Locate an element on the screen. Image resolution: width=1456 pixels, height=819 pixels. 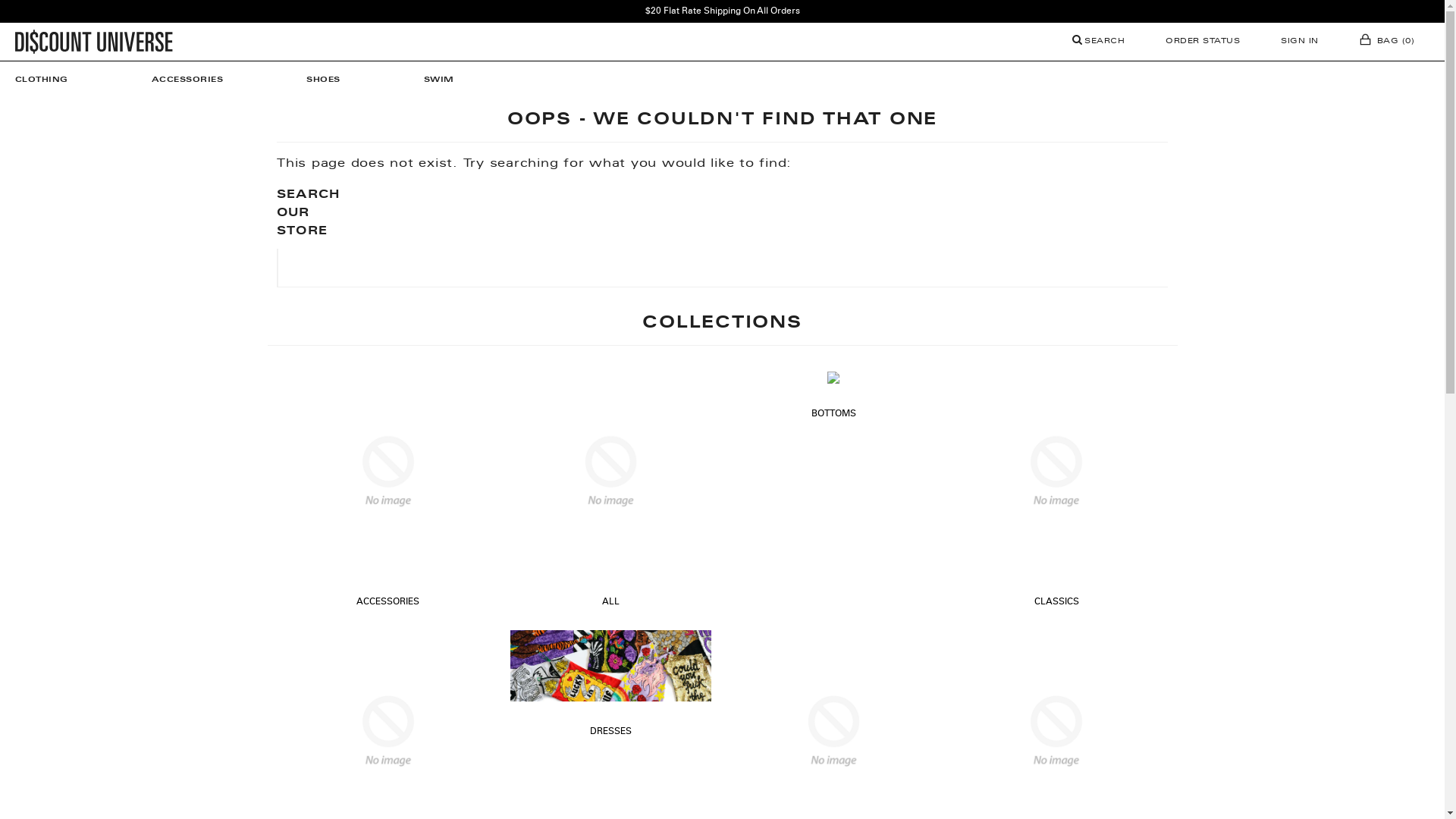
'SIGN IN' is located at coordinates (1266, 40).